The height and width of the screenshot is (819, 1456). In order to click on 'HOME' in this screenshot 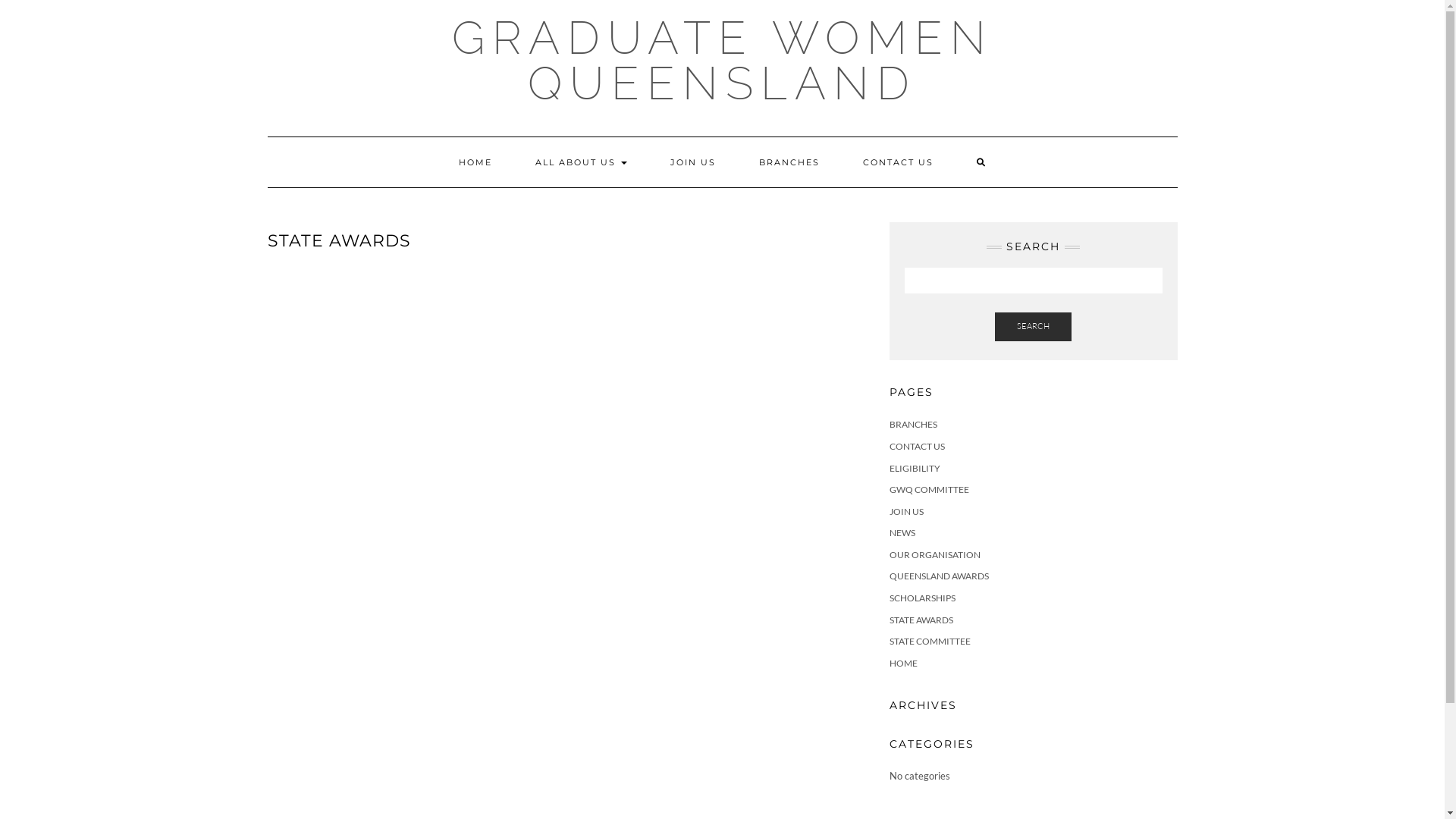, I will do `click(902, 662)`.